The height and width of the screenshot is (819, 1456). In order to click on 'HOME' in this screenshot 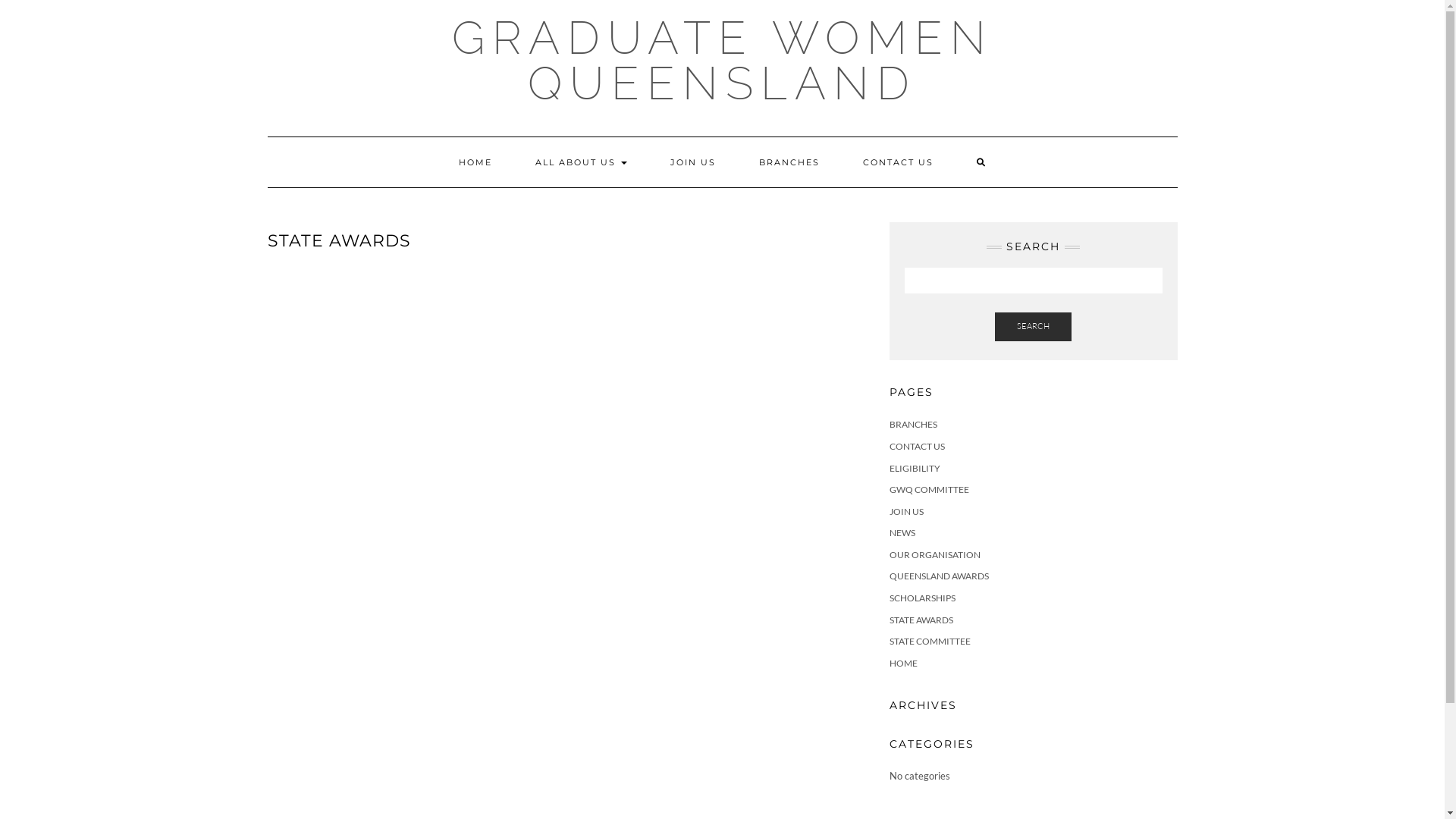, I will do `click(902, 662)`.